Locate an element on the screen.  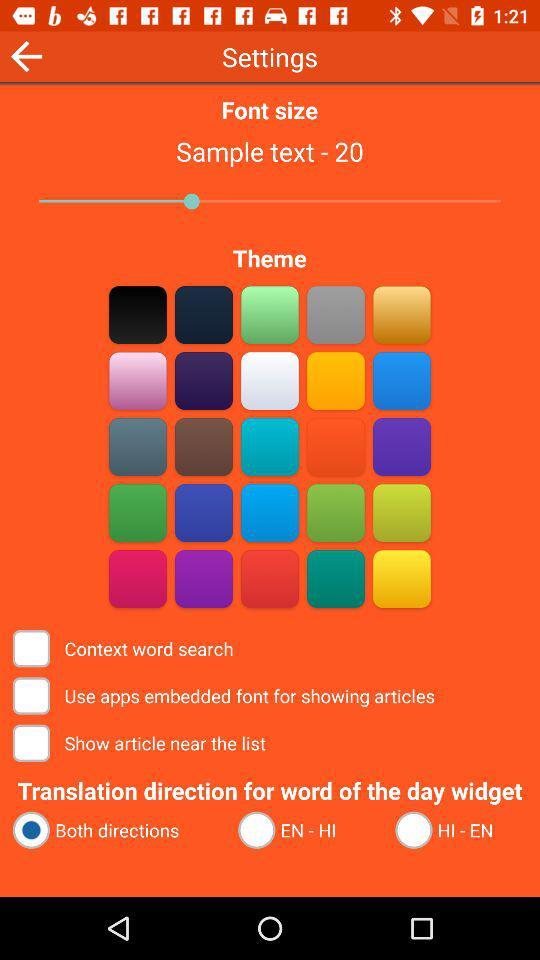
the show article near icon is located at coordinates (140, 742).